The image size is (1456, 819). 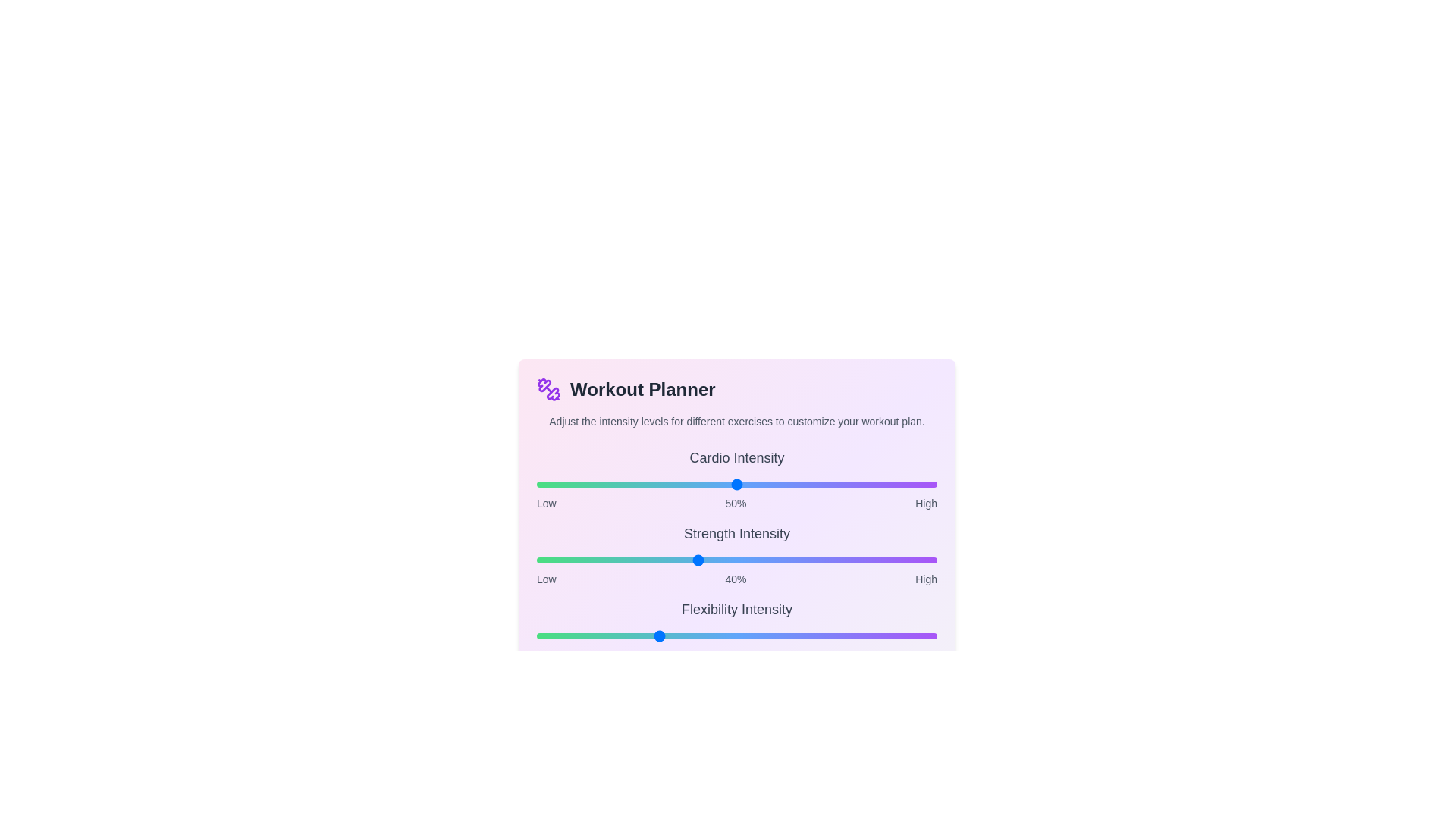 What do you see at coordinates (857, 636) in the screenshot?
I see `the intensity of the 2 slider to 80%` at bounding box center [857, 636].